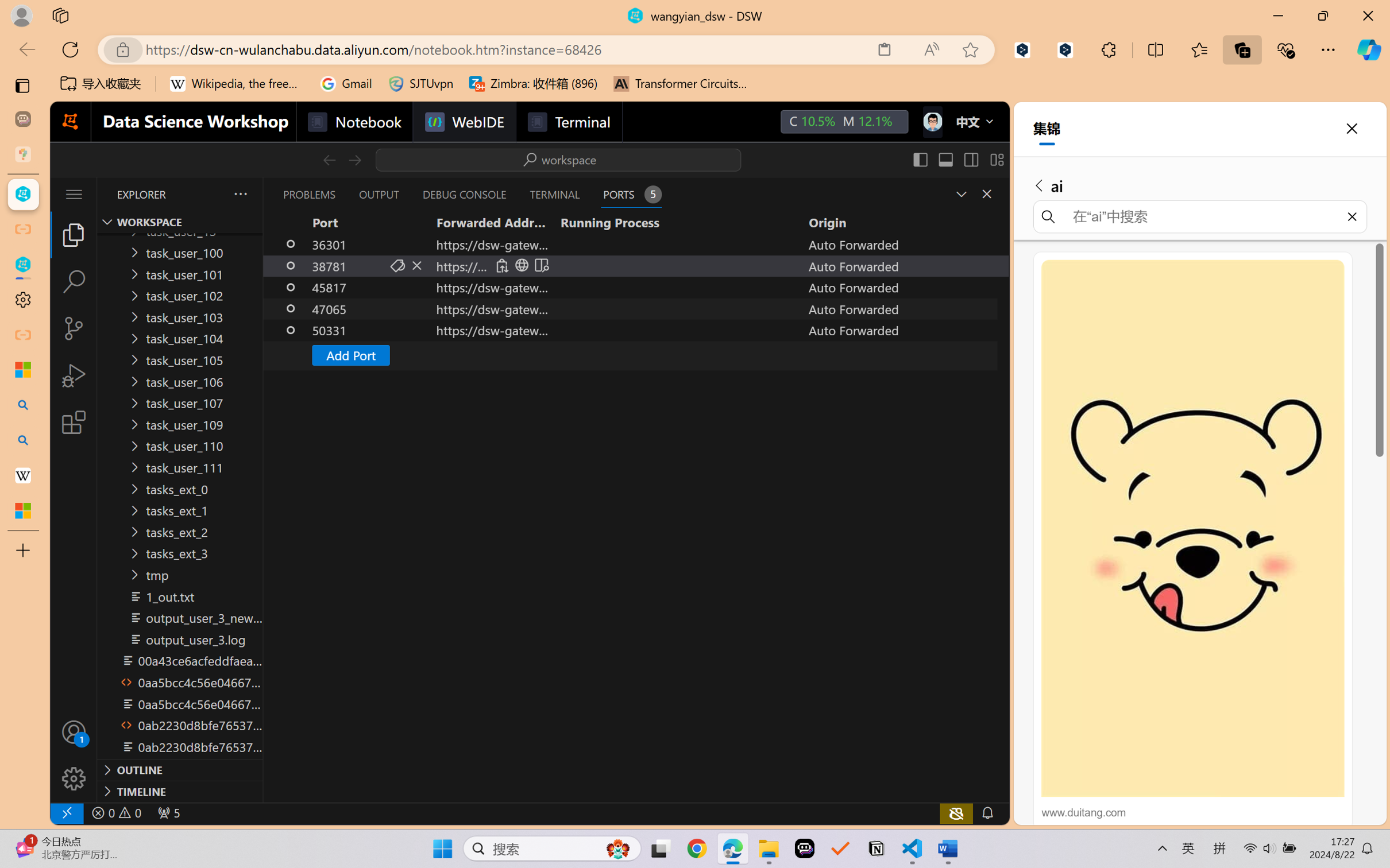 The image size is (1390, 868). Describe the element at coordinates (464, 193) in the screenshot. I see `'Debug Console (Ctrl+Shift+Y)'` at that location.